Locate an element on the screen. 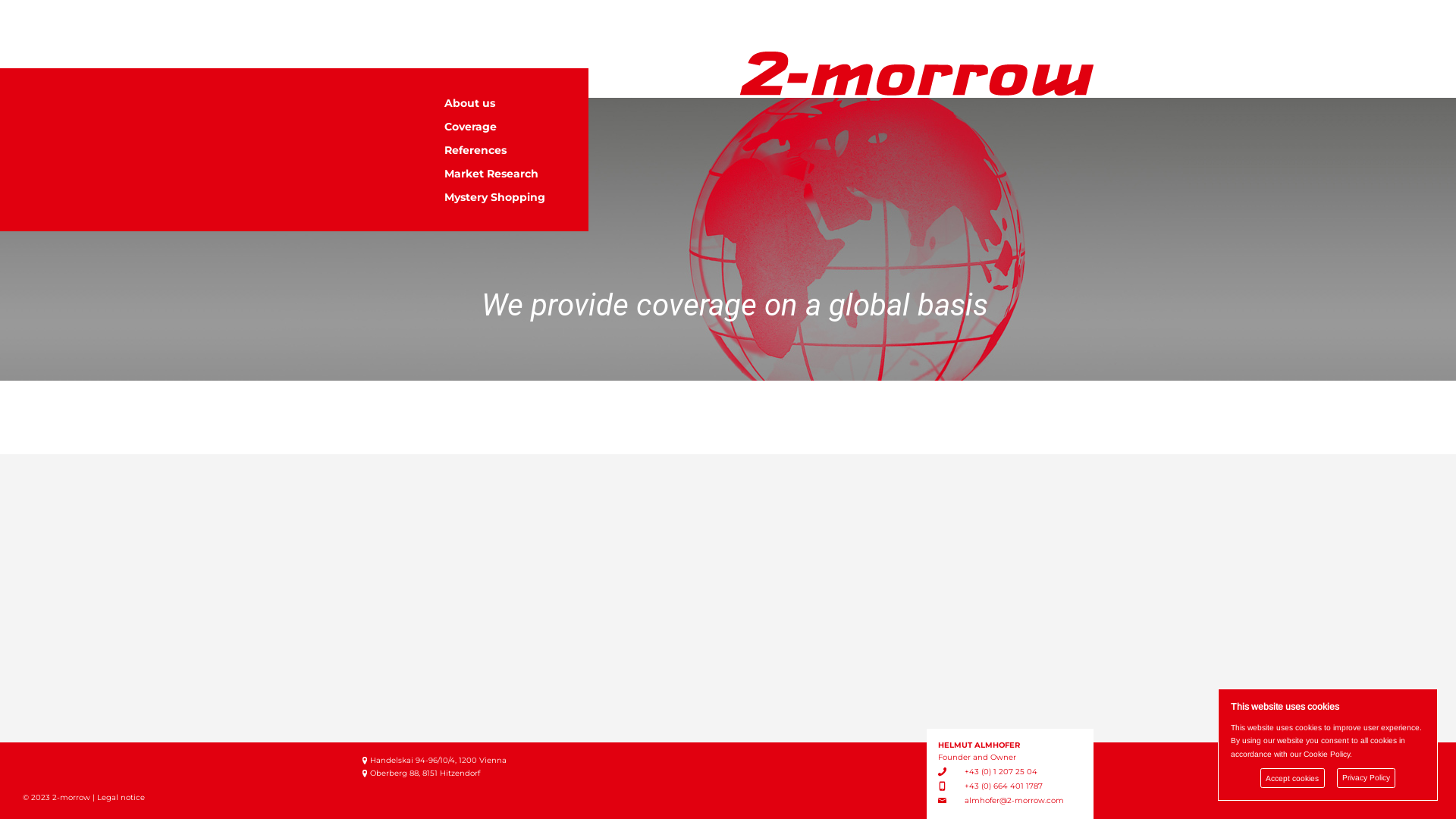 The image size is (1456, 819). 'almhofer@2-morrow.com' is located at coordinates (1014, 799).